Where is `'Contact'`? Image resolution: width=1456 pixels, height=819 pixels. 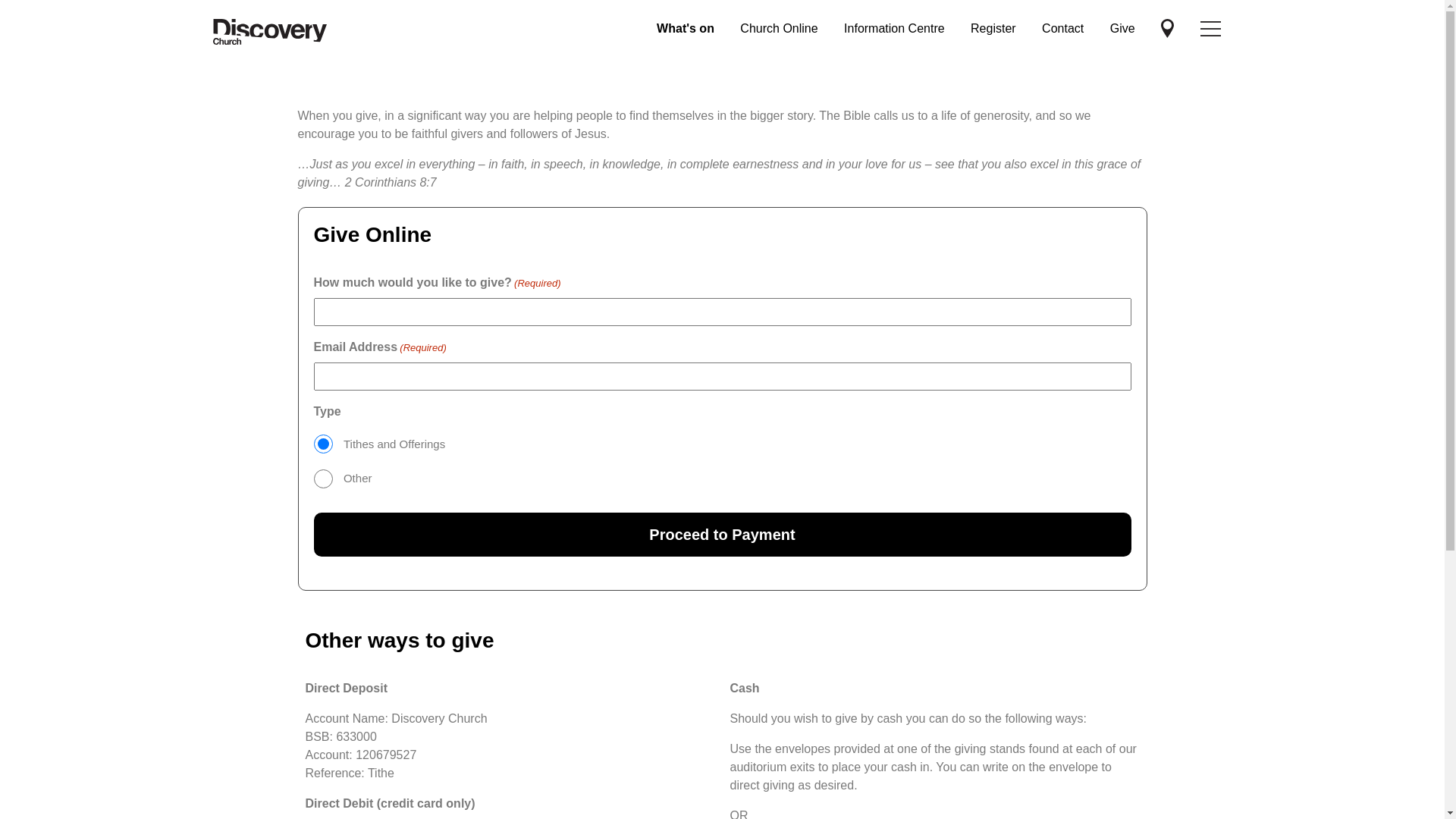 'Contact' is located at coordinates (1062, 28).